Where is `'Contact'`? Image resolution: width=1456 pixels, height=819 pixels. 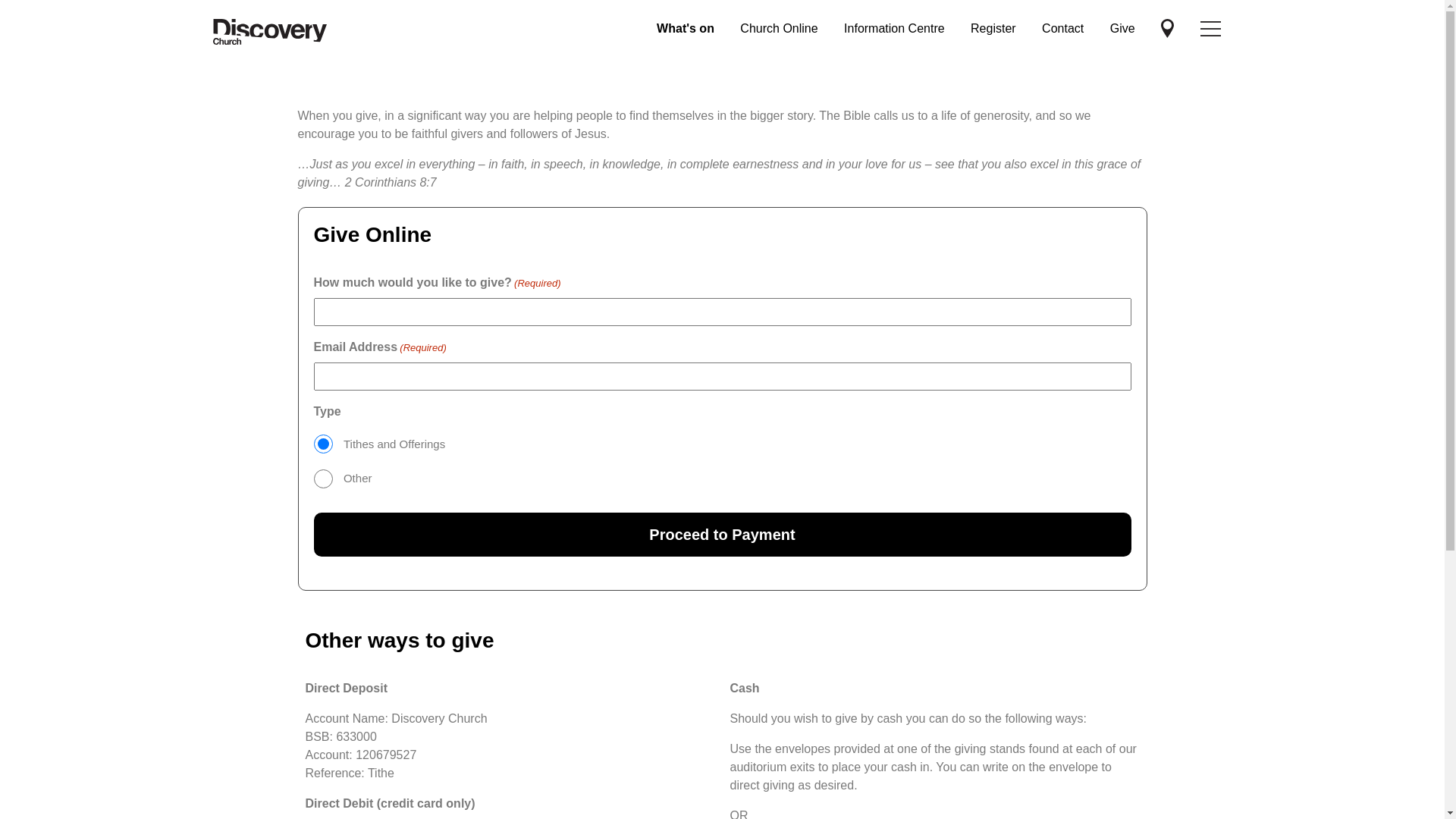 'Contact' is located at coordinates (1062, 28).